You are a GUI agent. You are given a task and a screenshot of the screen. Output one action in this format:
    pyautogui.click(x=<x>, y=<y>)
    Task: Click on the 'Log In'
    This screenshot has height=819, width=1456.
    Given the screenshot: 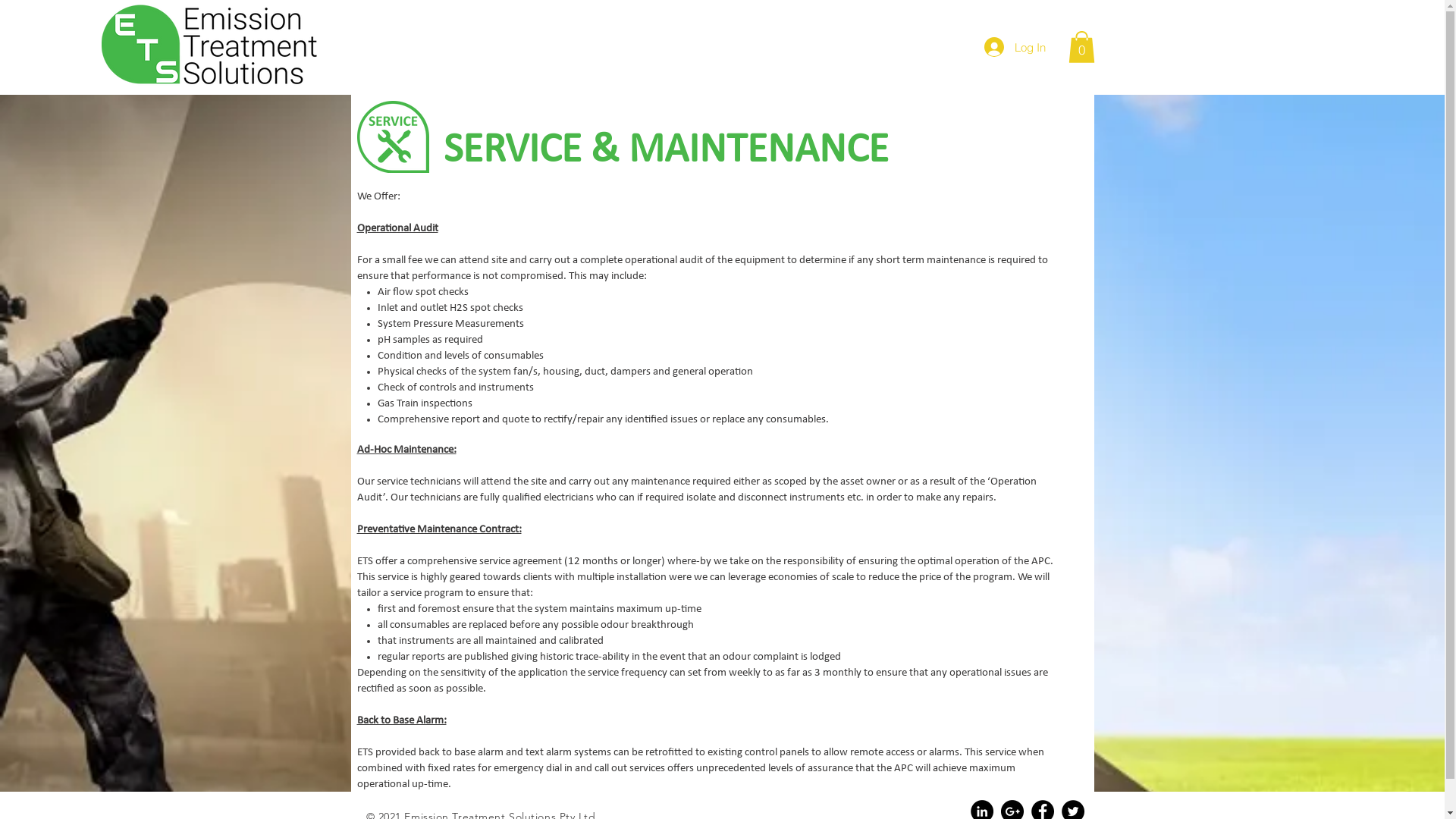 What is the action you would take?
    pyautogui.click(x=1015, y=45)
    